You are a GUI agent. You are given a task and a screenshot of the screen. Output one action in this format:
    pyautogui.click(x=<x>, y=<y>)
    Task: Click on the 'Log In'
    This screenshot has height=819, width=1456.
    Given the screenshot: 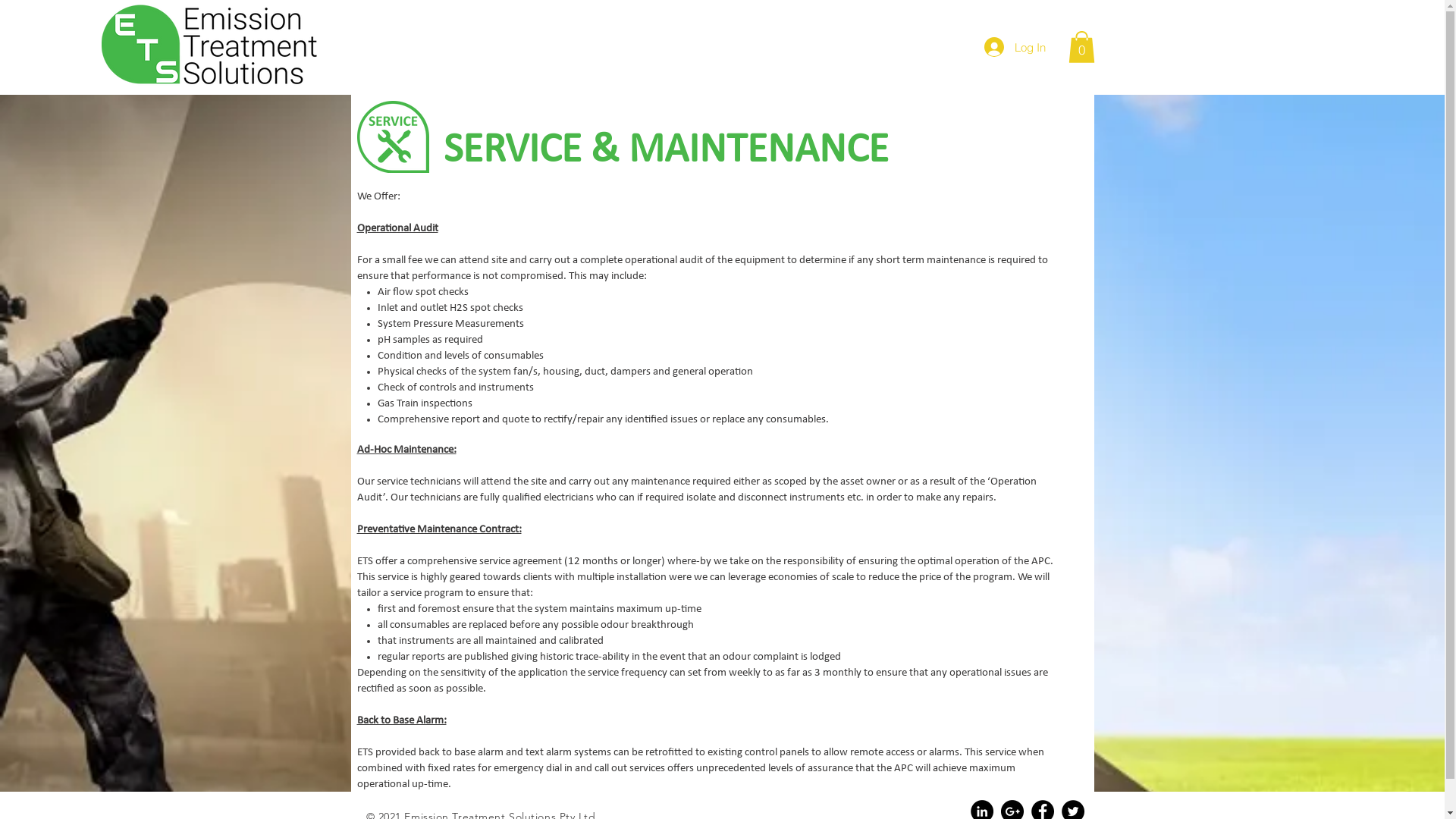 What is the action you would take?
    pyautogui.click(x=1015, y=45)
    